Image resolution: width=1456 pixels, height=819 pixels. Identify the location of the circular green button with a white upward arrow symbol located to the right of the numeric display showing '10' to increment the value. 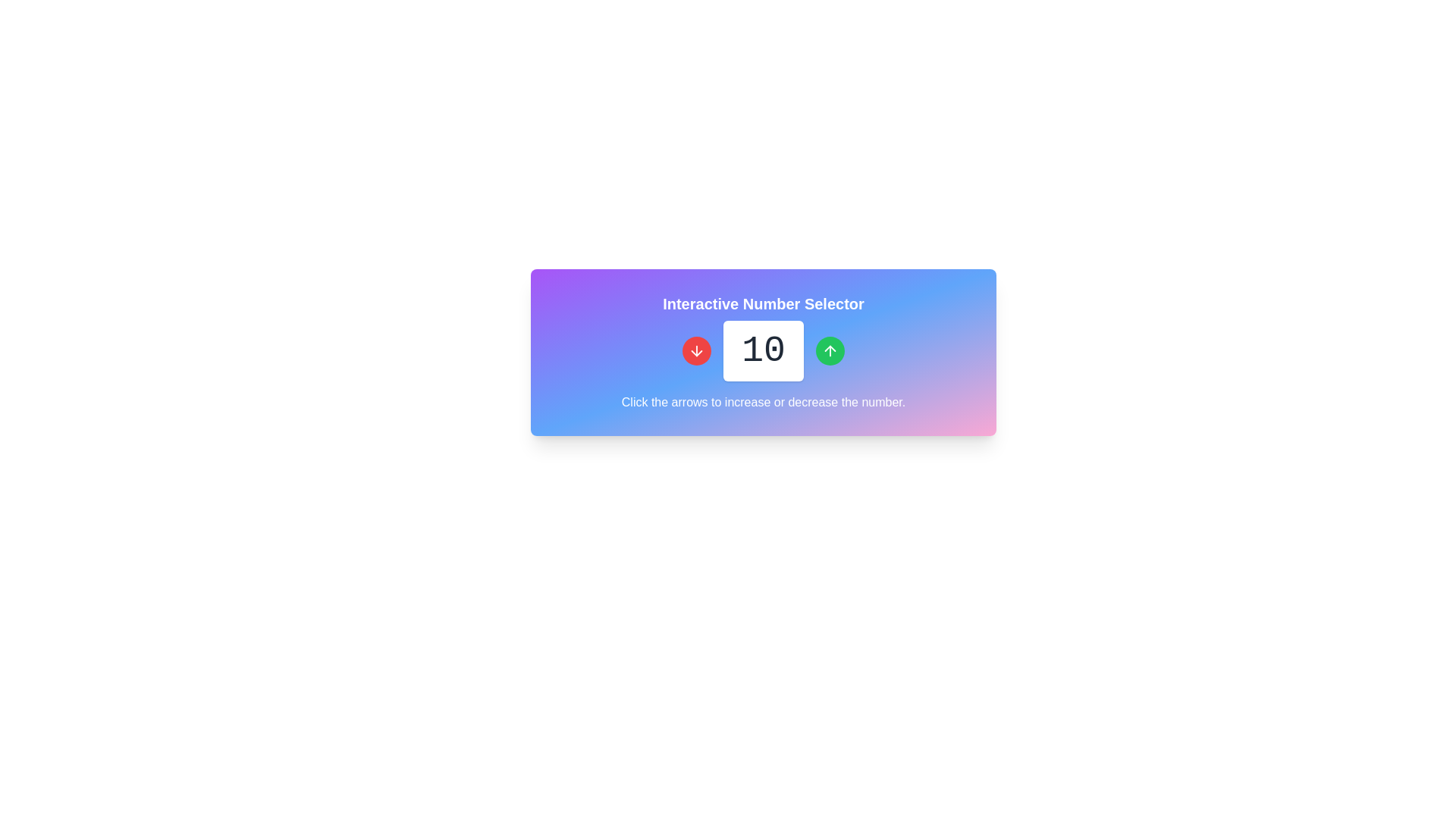
(829, 350).